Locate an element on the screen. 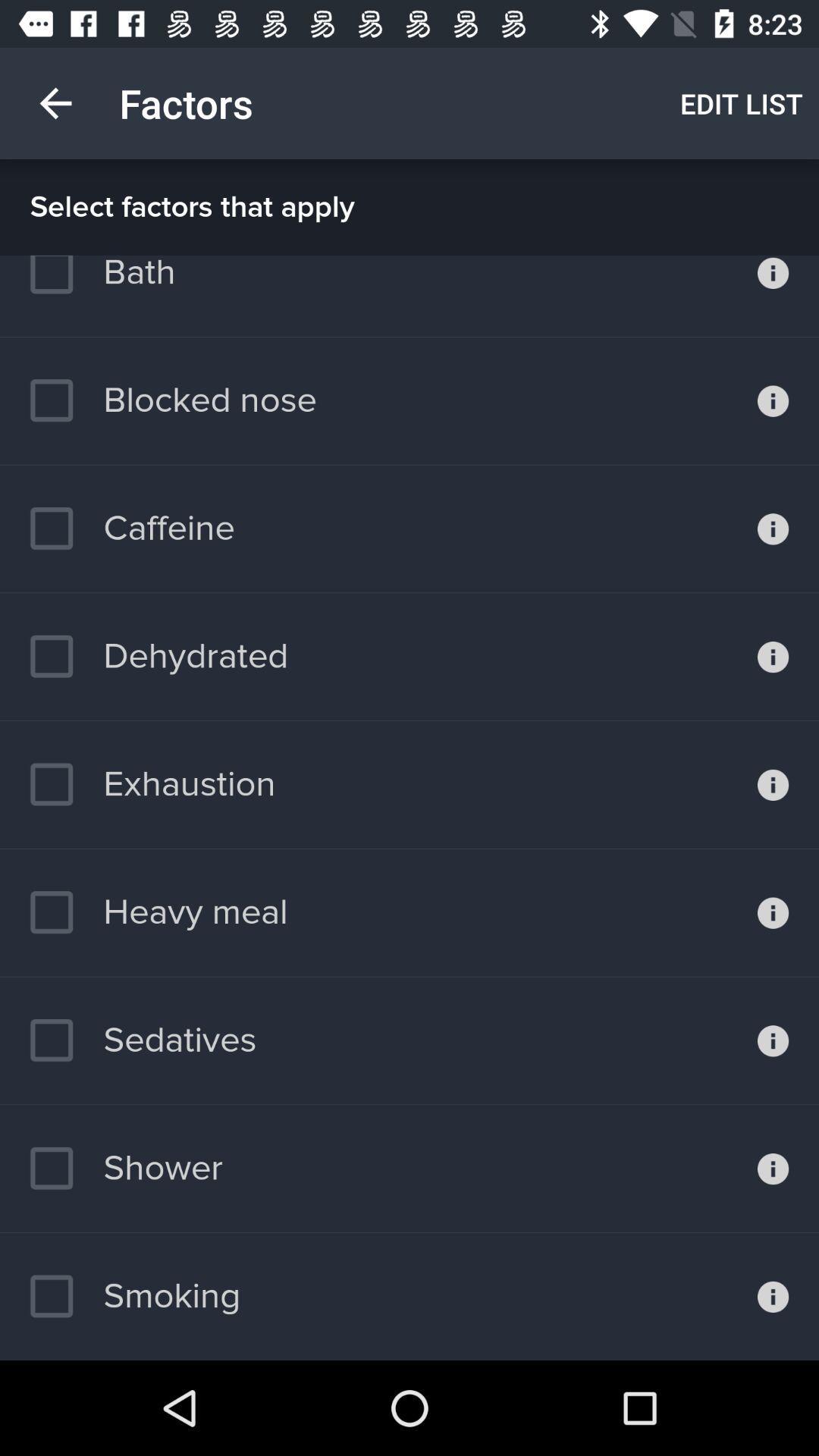 The width and height of the screenshot is (819, 1456). item to the left of the factors icon is located at coordinates (55, 102).